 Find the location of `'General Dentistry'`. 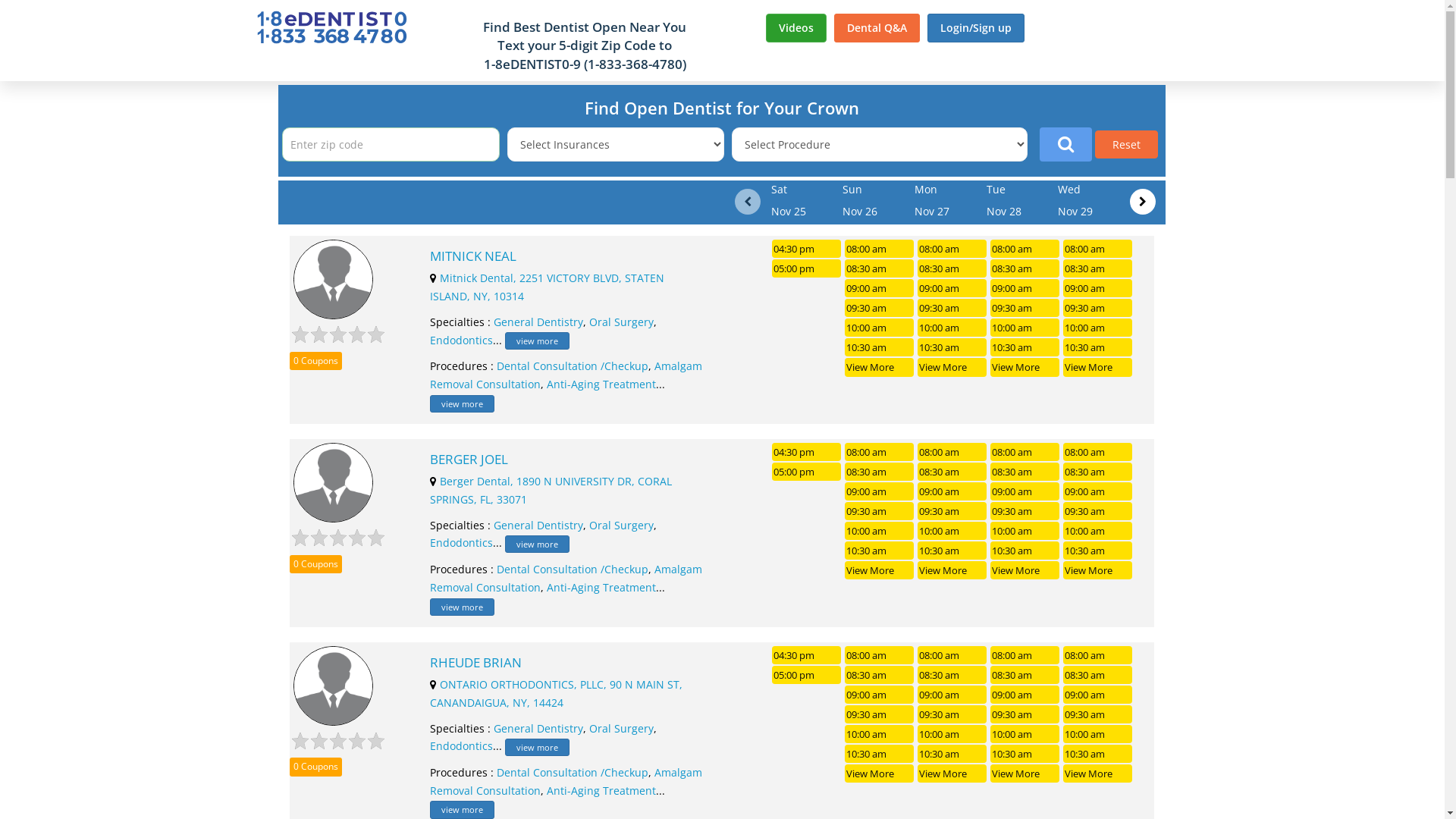

'General Dentistry' is located at coordinates (494, 321).